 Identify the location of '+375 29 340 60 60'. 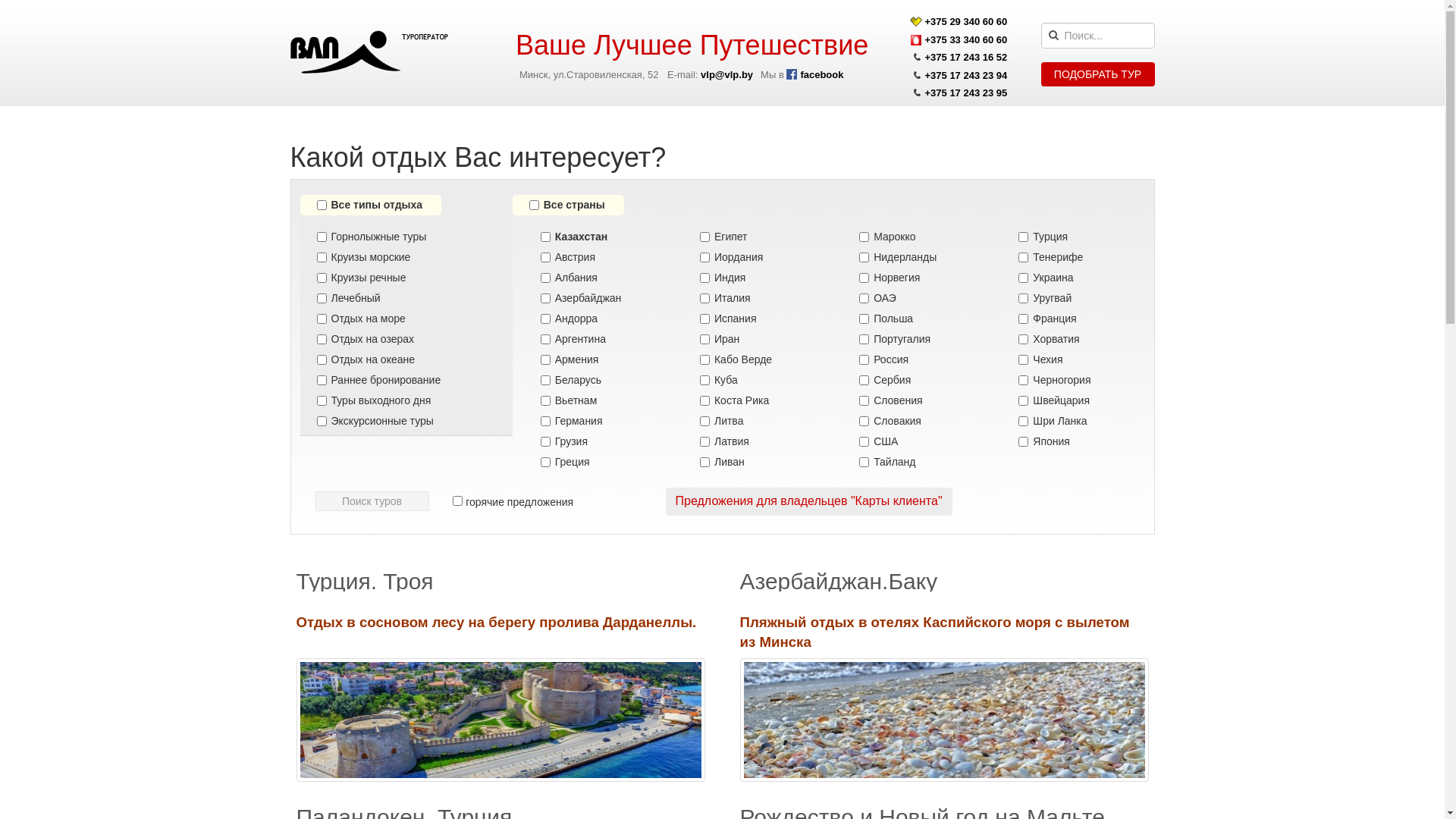
(965, 21).